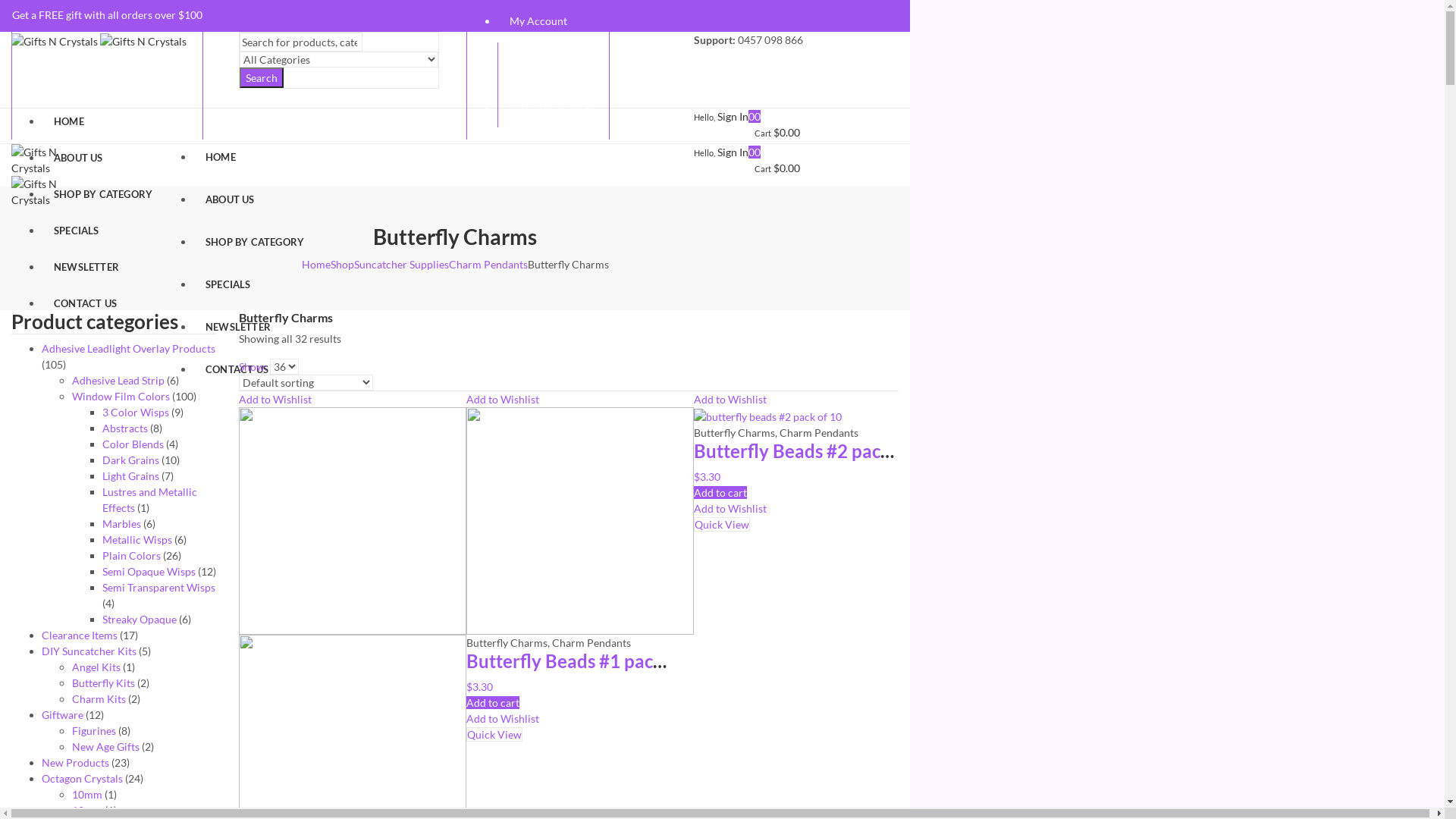  Describe the element at coordinates (777, 160) in the screenshot. I see `'0` at that location.